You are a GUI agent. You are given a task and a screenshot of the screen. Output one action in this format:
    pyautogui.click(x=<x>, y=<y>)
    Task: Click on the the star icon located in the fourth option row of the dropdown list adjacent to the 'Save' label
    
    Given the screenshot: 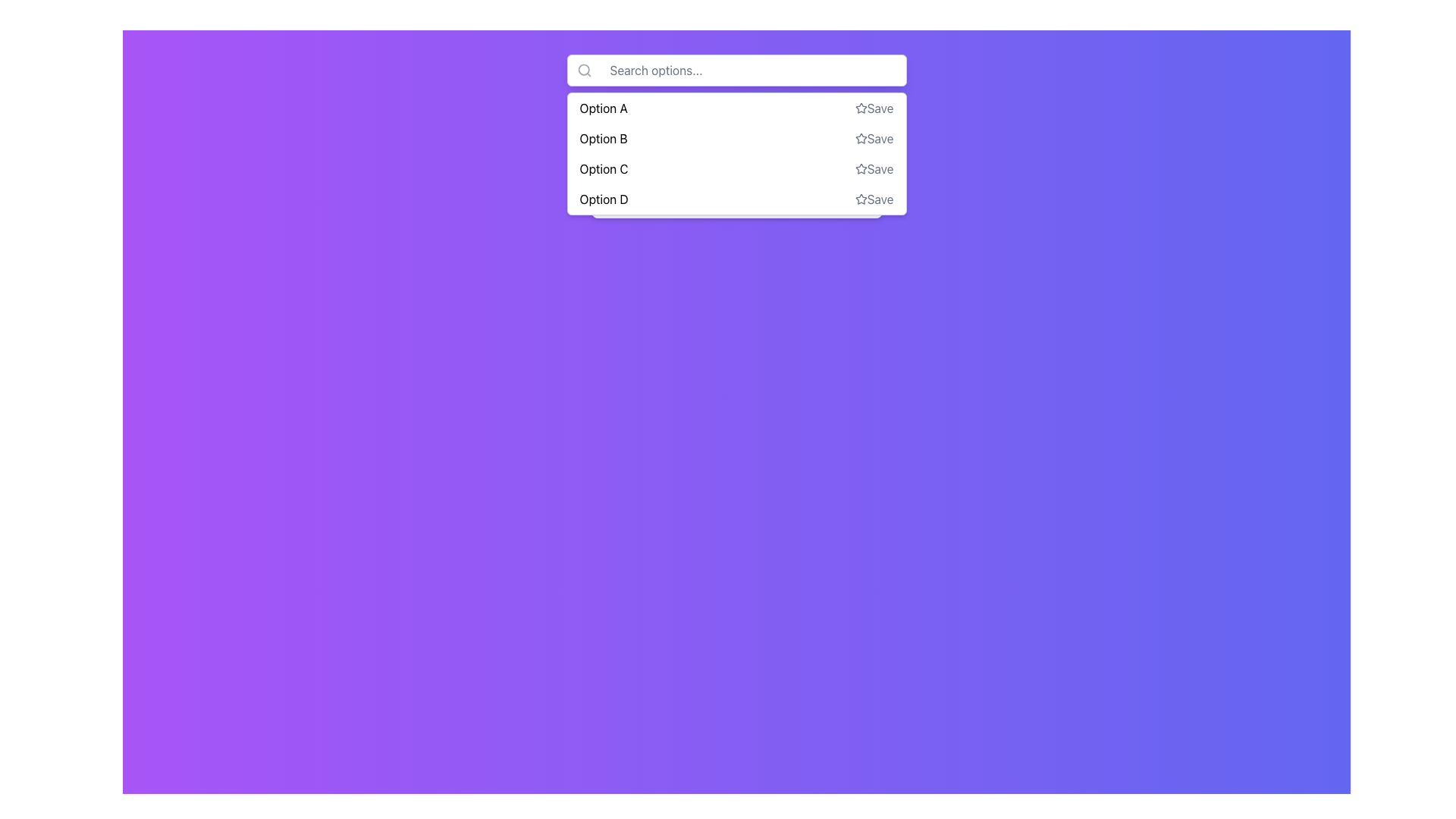 What is the action you would take?
    pyautogui.click(x=861, y=198)
    